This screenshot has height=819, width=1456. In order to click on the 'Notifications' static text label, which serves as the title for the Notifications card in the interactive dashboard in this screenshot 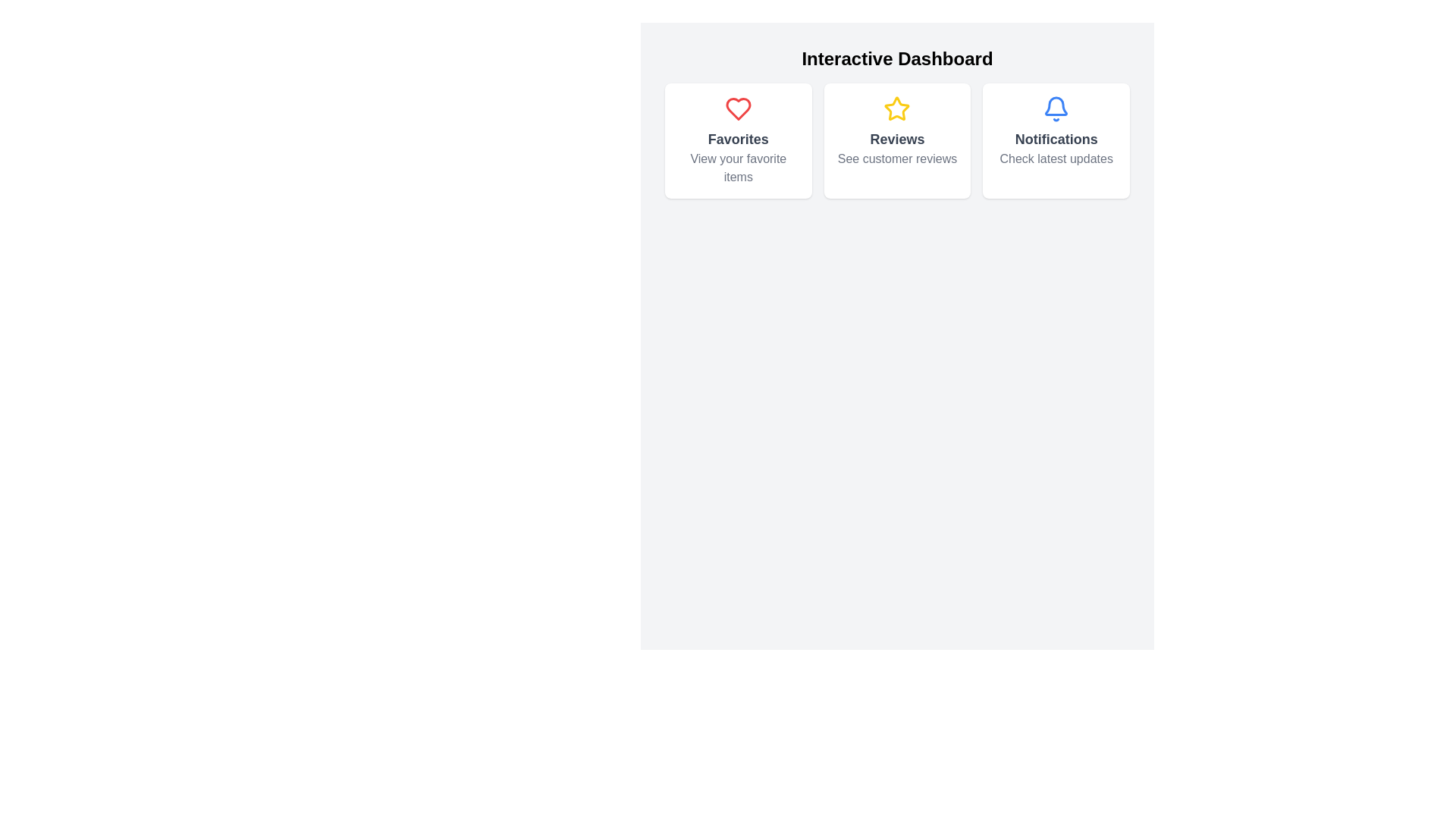, I will do `click(1056, 140)`.